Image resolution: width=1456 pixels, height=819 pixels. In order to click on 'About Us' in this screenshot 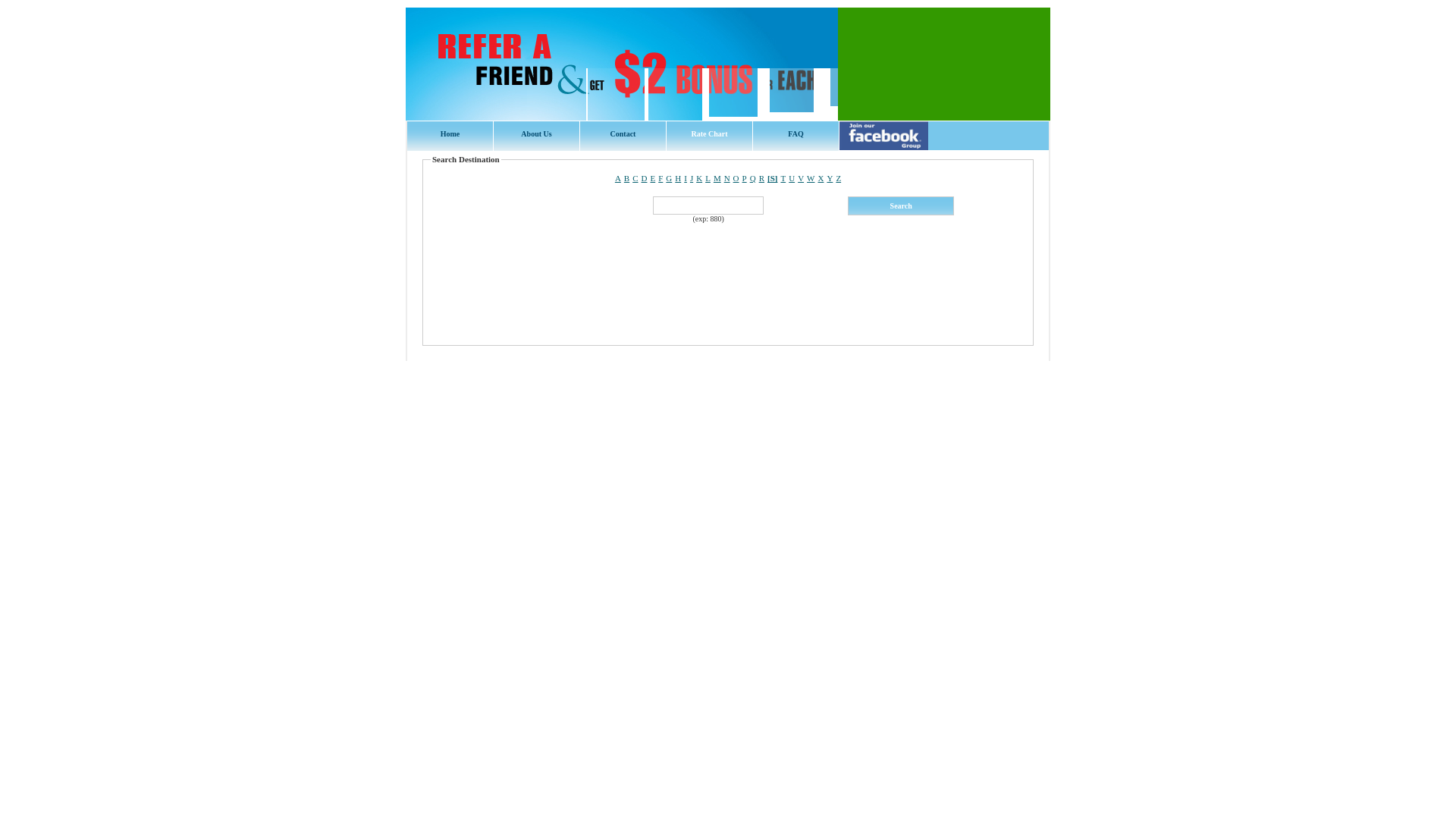, I will do `click(537, 134)`.